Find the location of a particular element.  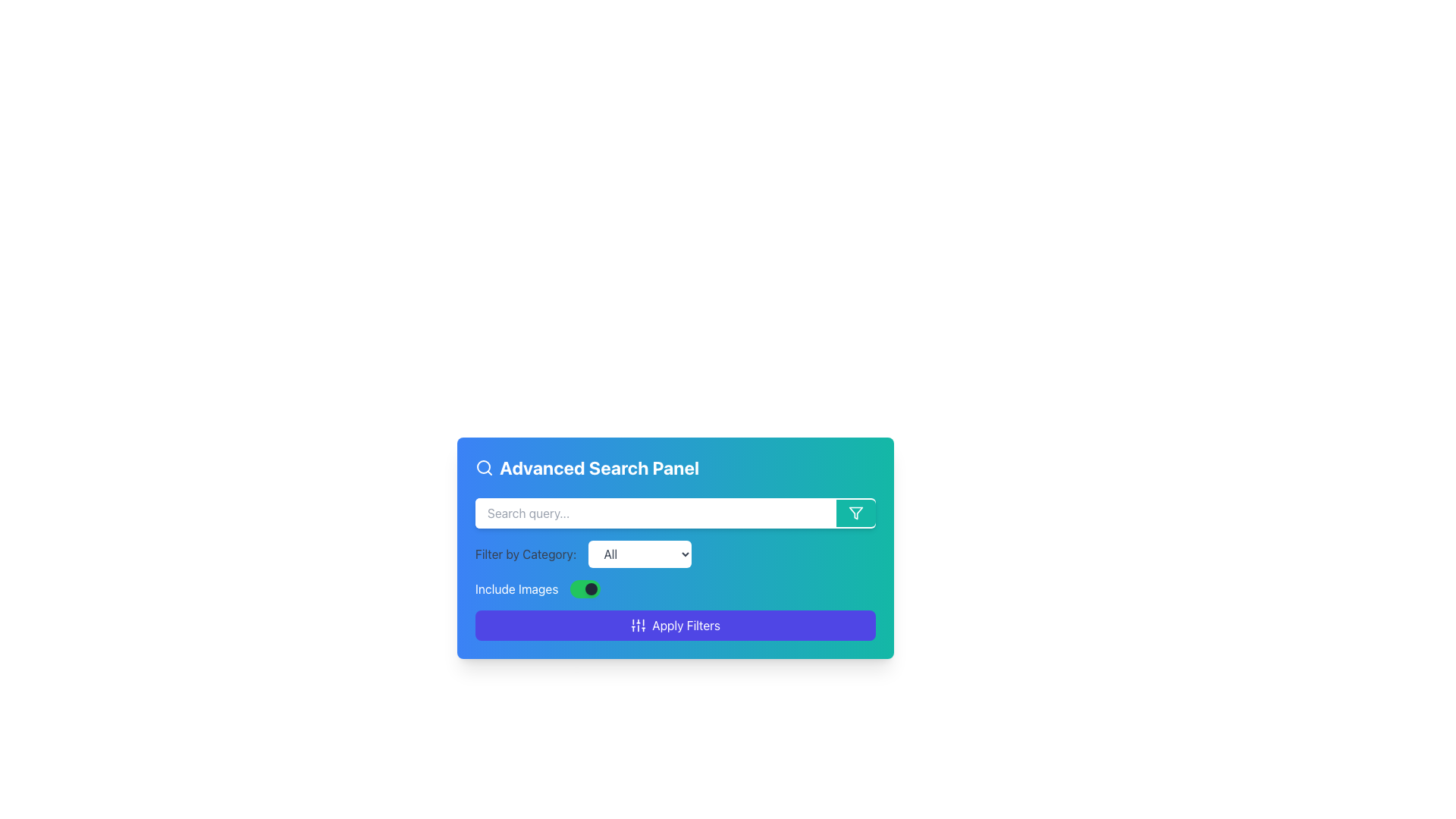

the Text Label that indicates the purpose of the advanced search interface, located centrally at the top of the panel is located at coordinates (675, 467).